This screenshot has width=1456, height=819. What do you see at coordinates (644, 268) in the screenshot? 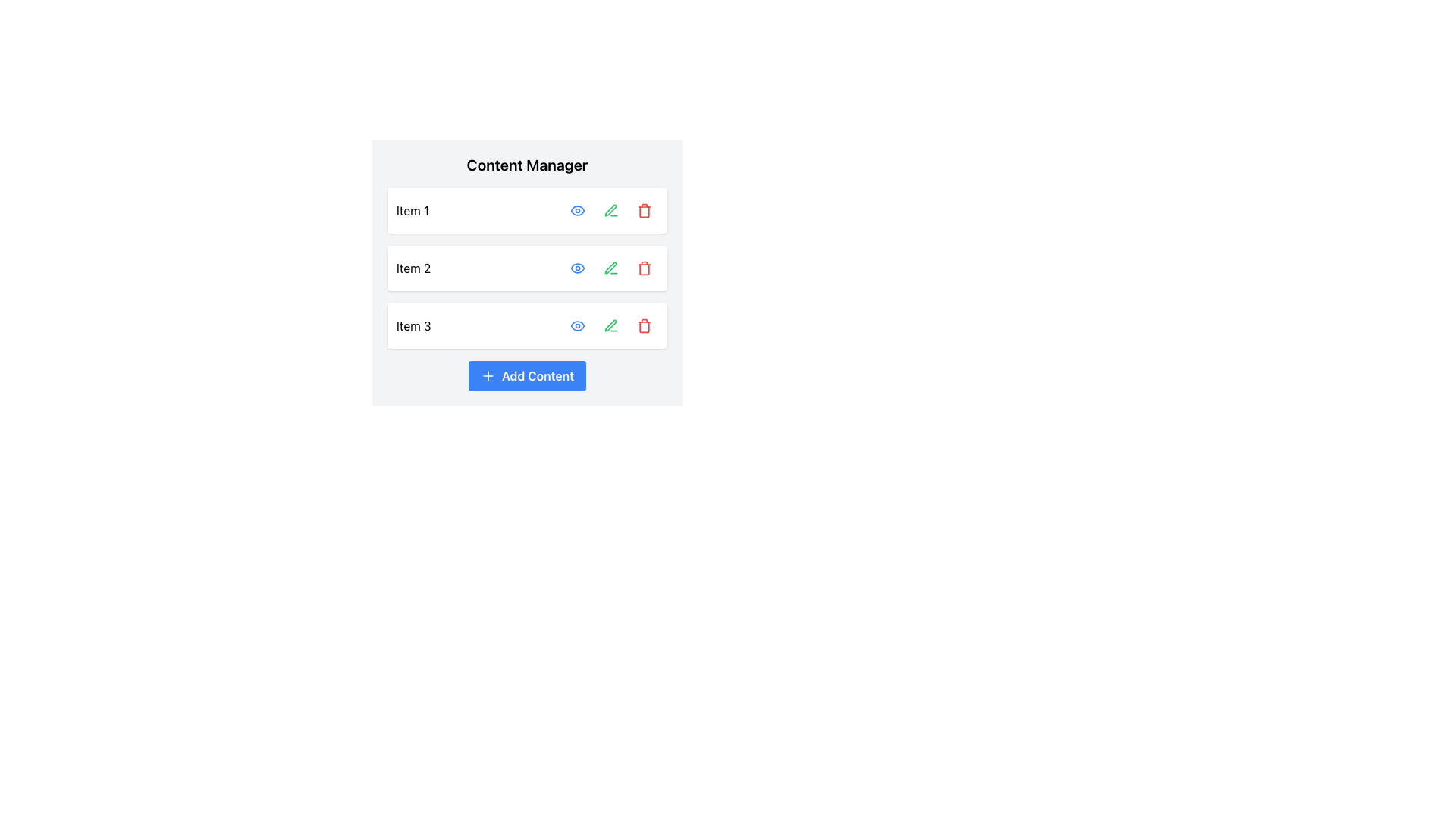
I see `the red delete button that corresponds to 'Item 2'` at bounding box center [644, 268].